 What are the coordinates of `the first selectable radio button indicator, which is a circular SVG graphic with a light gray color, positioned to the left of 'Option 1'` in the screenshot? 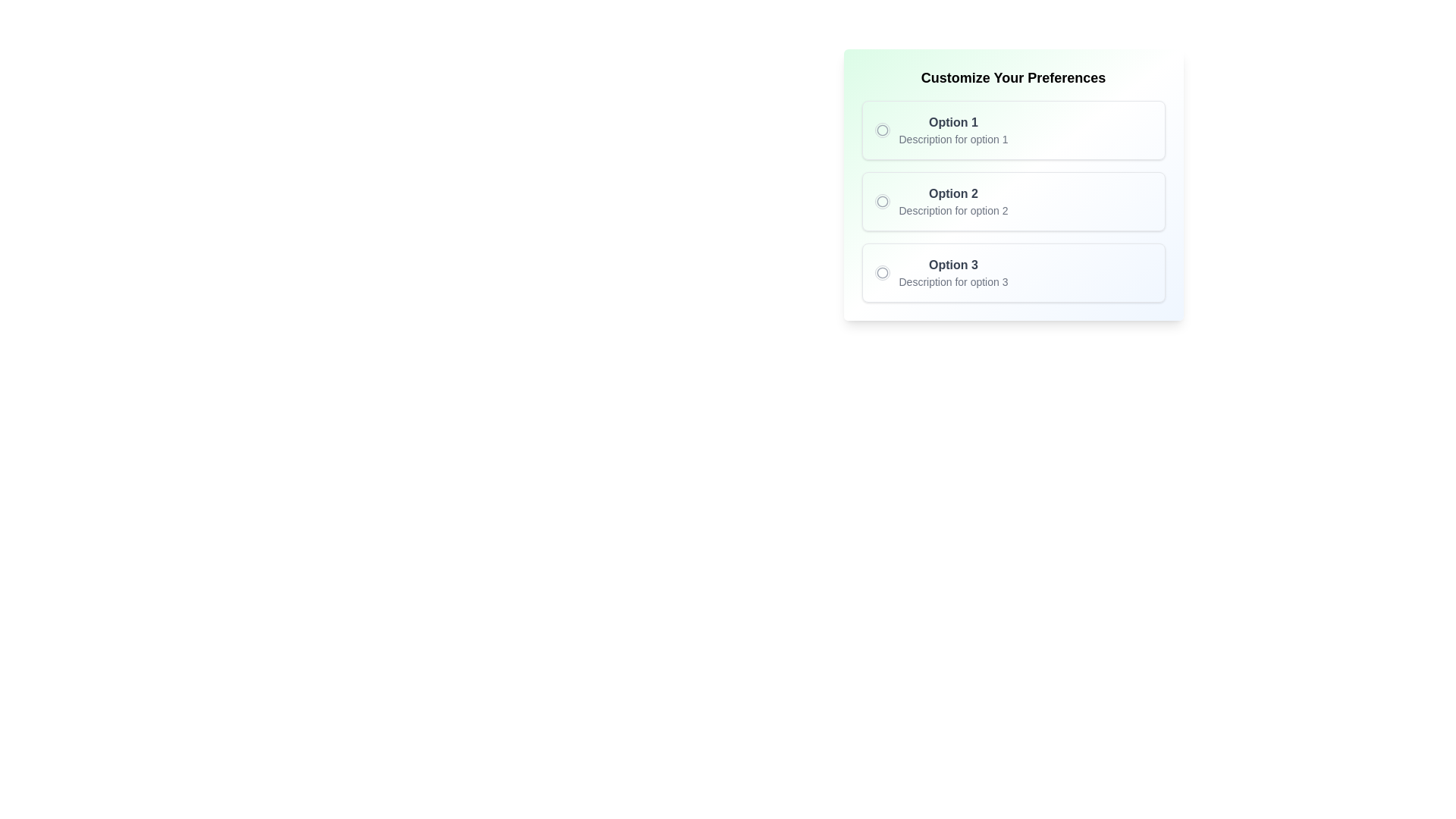 It's located at (882, 130).